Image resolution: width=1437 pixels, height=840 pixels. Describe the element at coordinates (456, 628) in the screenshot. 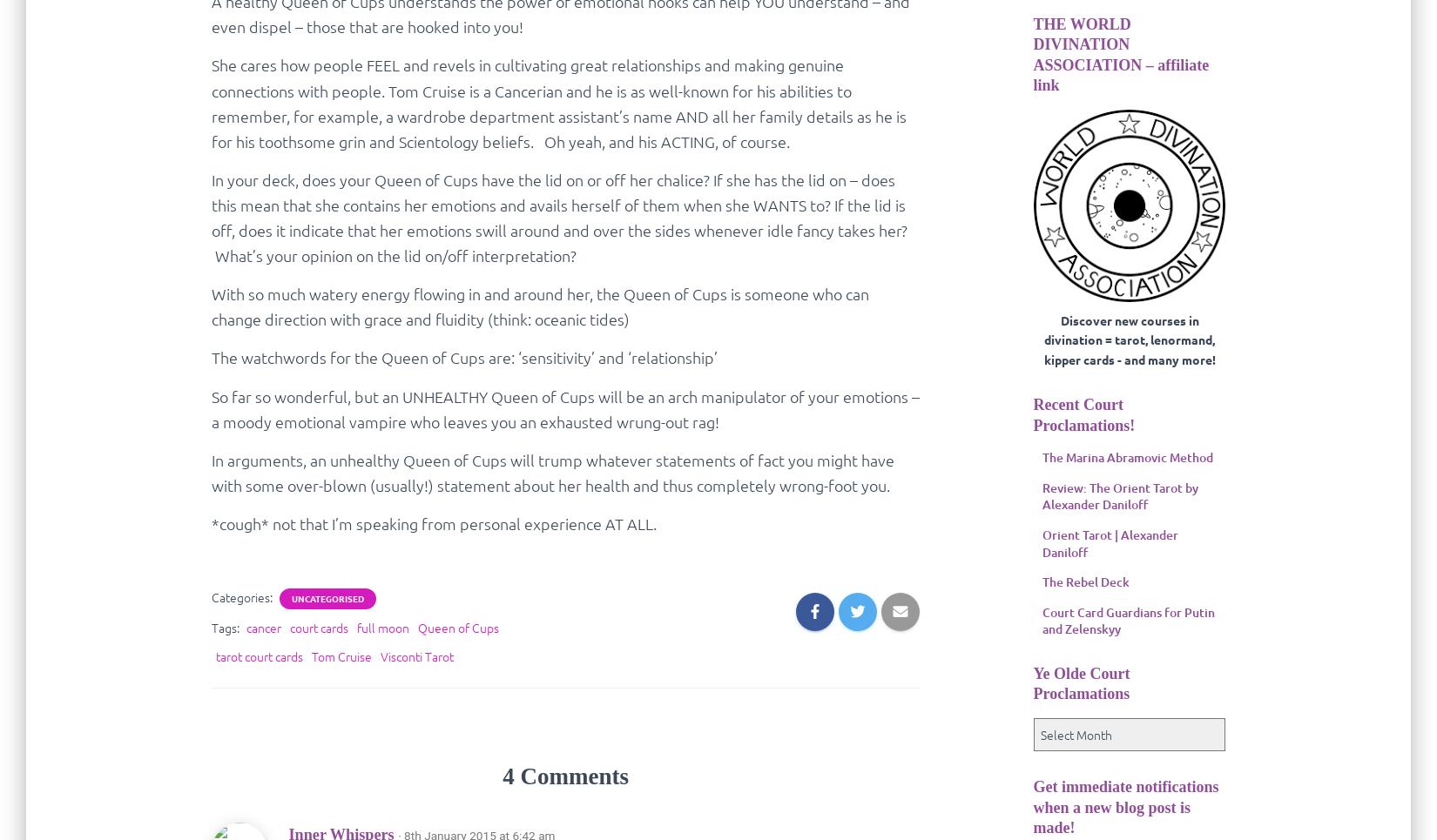

I see `'Queen of Cups'` at that location.